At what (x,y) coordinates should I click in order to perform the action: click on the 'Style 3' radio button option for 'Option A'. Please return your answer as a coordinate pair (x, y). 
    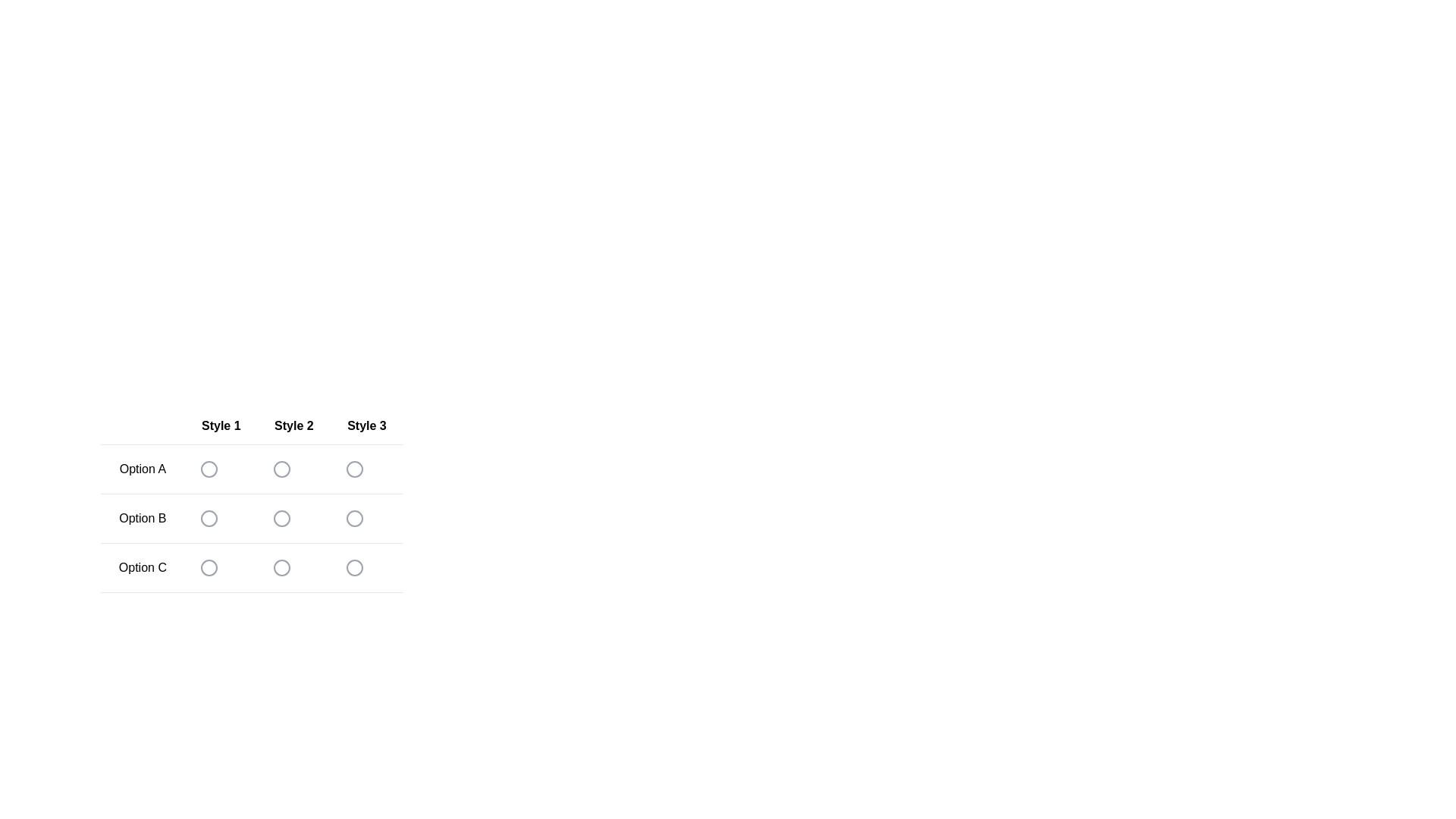
    Looking at the image, I should click on (353, 468).